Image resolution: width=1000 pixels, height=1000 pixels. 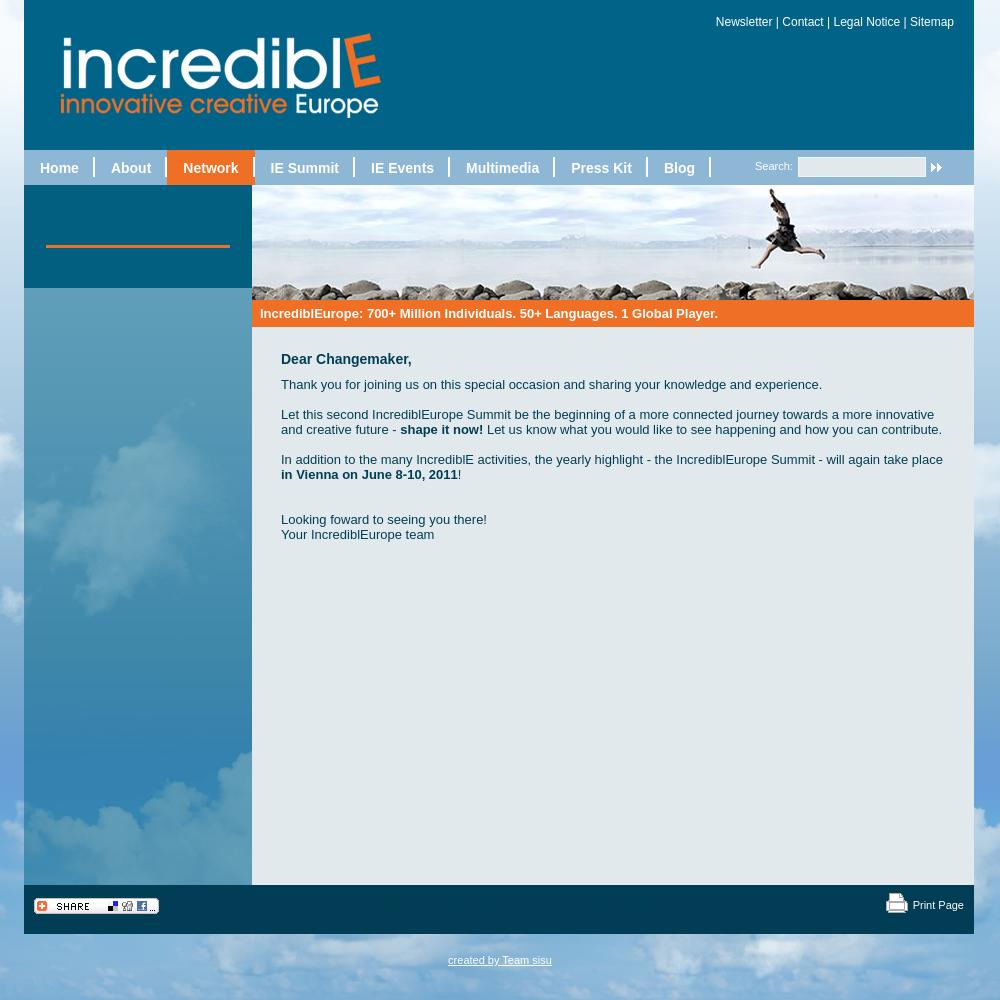 What do you see at coordinates (400, 428) in the screenshot?
I see `'shape it now!'` at bounding box center [400, 428].